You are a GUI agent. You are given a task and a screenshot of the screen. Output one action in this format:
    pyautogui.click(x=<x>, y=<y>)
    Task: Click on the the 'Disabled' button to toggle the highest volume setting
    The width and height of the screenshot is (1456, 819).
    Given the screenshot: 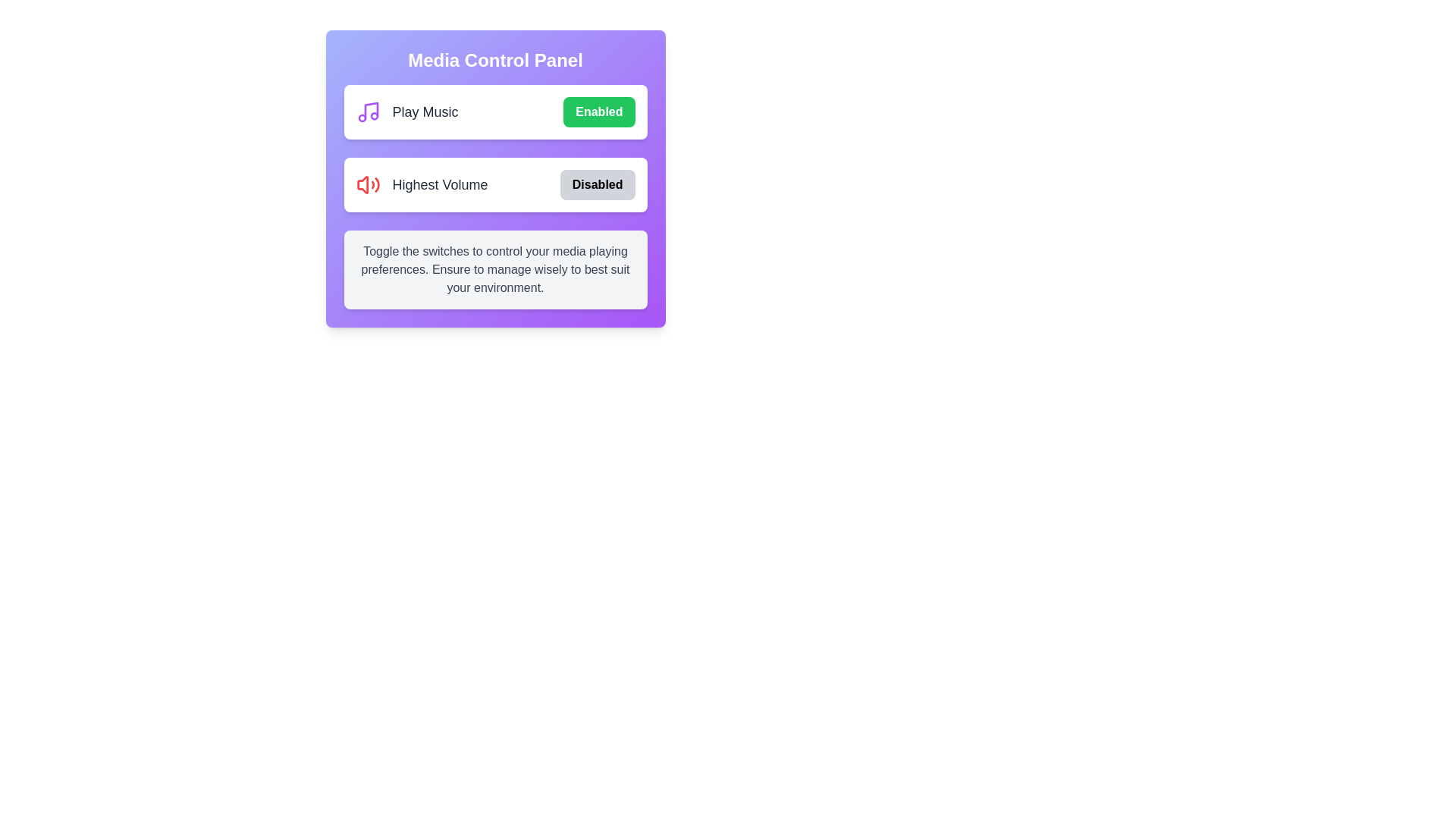 What is the action you would take?
    pyautogui.click(x=597, y=184)
    